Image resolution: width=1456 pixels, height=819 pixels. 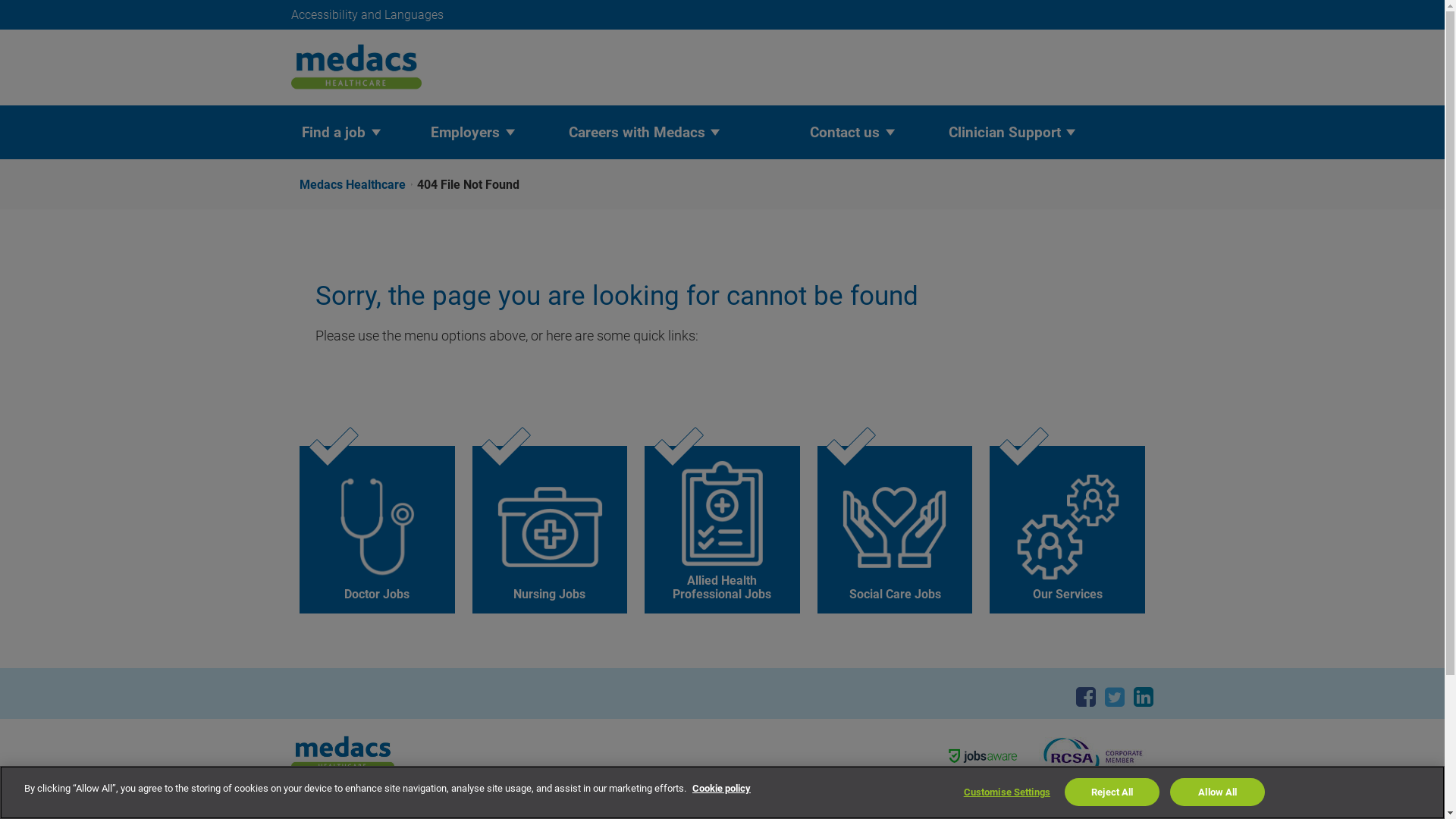 What do you see at coordinates (1084, 696) in the screenshot?
I see `'Facebook'` at bounding box center [1084, 696].